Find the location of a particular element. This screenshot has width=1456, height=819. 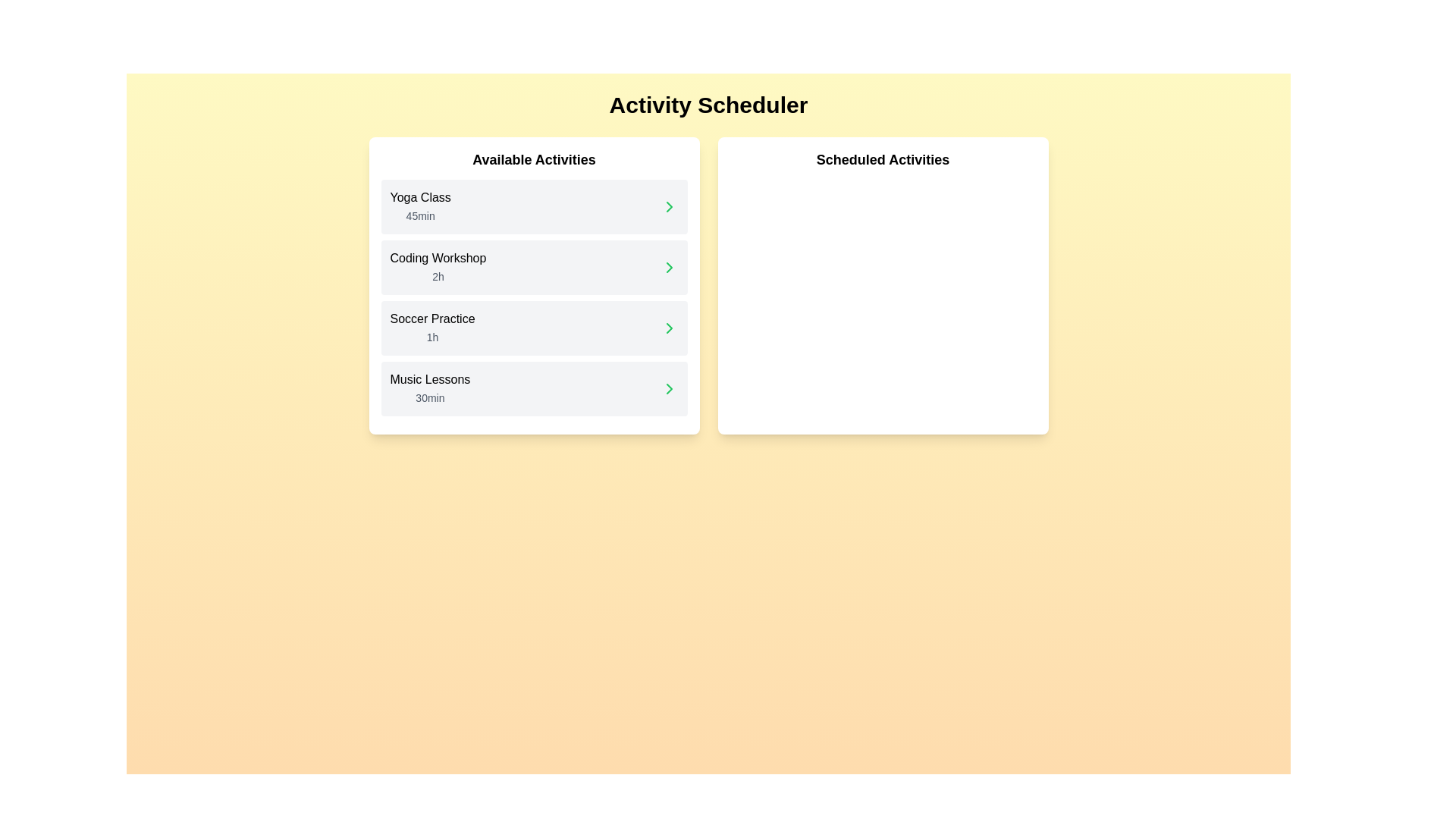

the chevron icon next to the activity Yoga Class to schedule it is located at coordinates (668, 207).